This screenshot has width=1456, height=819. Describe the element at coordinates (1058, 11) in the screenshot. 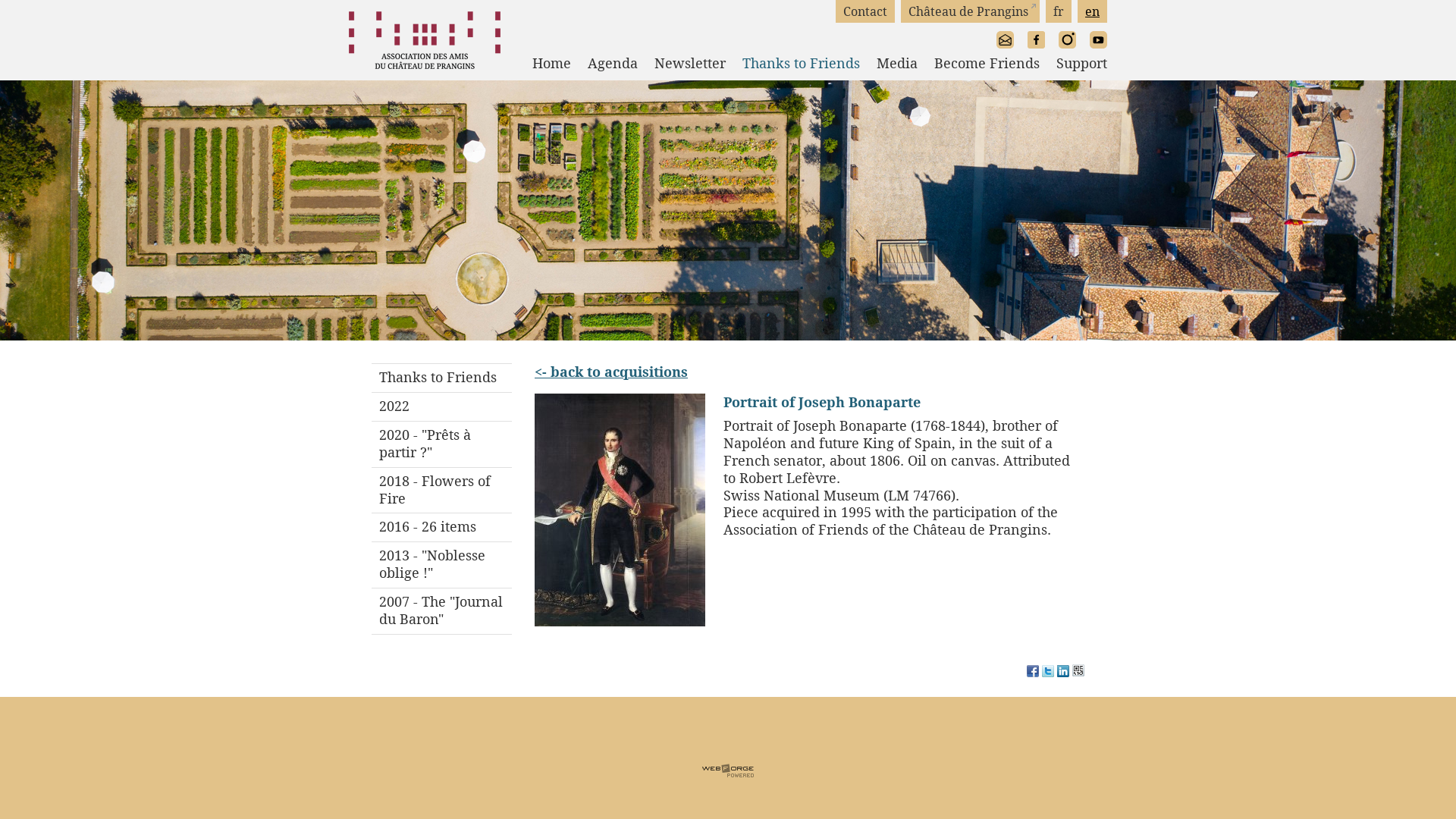

I see `'fr'` at that location.